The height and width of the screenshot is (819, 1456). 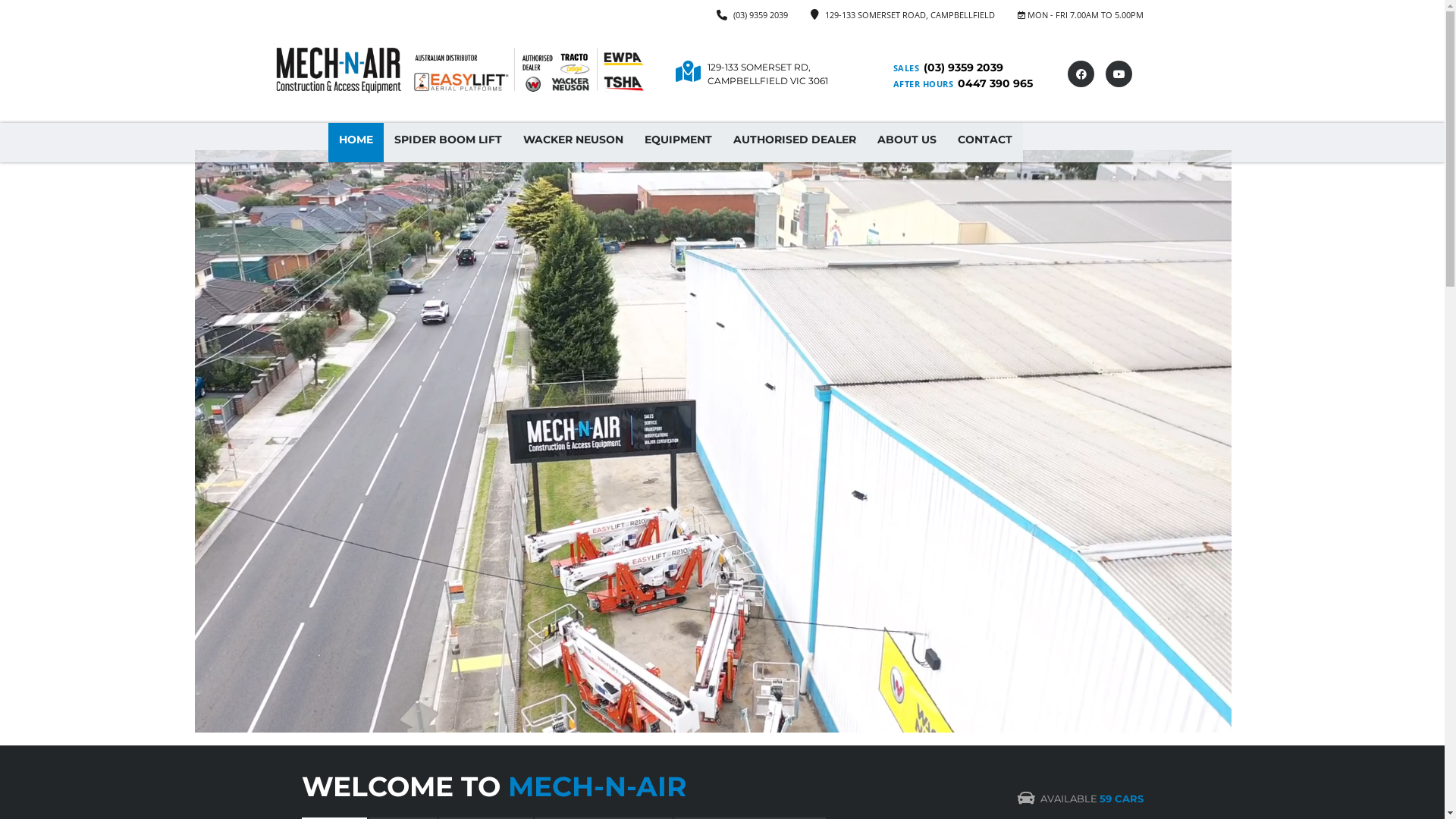 What do you see at coordinates (994, 83) in the screenshot?
I see `'0447 390 965'` at bounding box center [994, 83].